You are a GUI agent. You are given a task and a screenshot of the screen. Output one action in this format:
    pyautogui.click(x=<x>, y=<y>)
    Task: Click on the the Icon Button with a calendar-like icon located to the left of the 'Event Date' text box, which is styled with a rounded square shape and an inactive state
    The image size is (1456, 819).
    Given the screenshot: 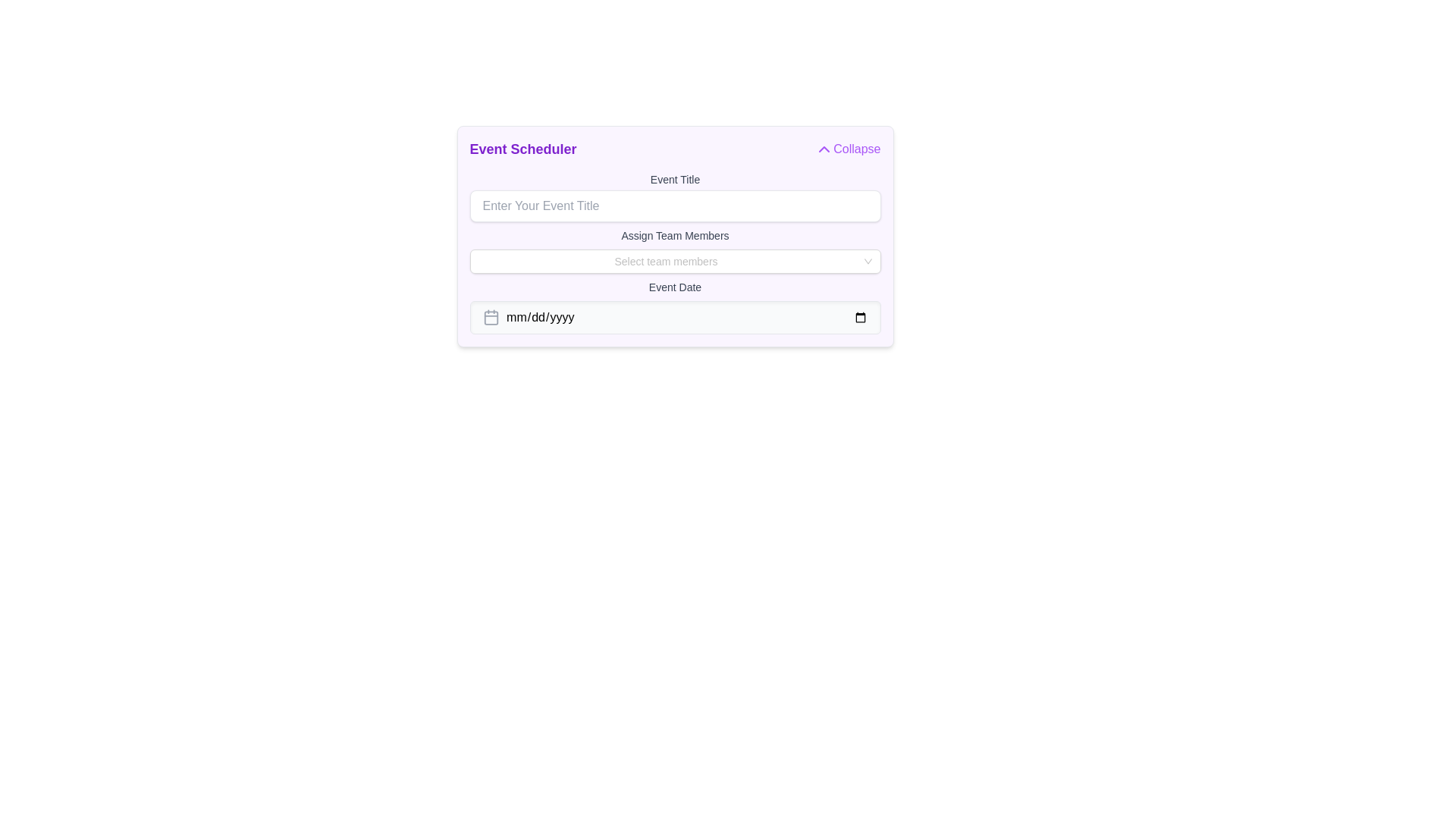 What is the action you would take?
    pyautogui.click(x=491, y=317)
    